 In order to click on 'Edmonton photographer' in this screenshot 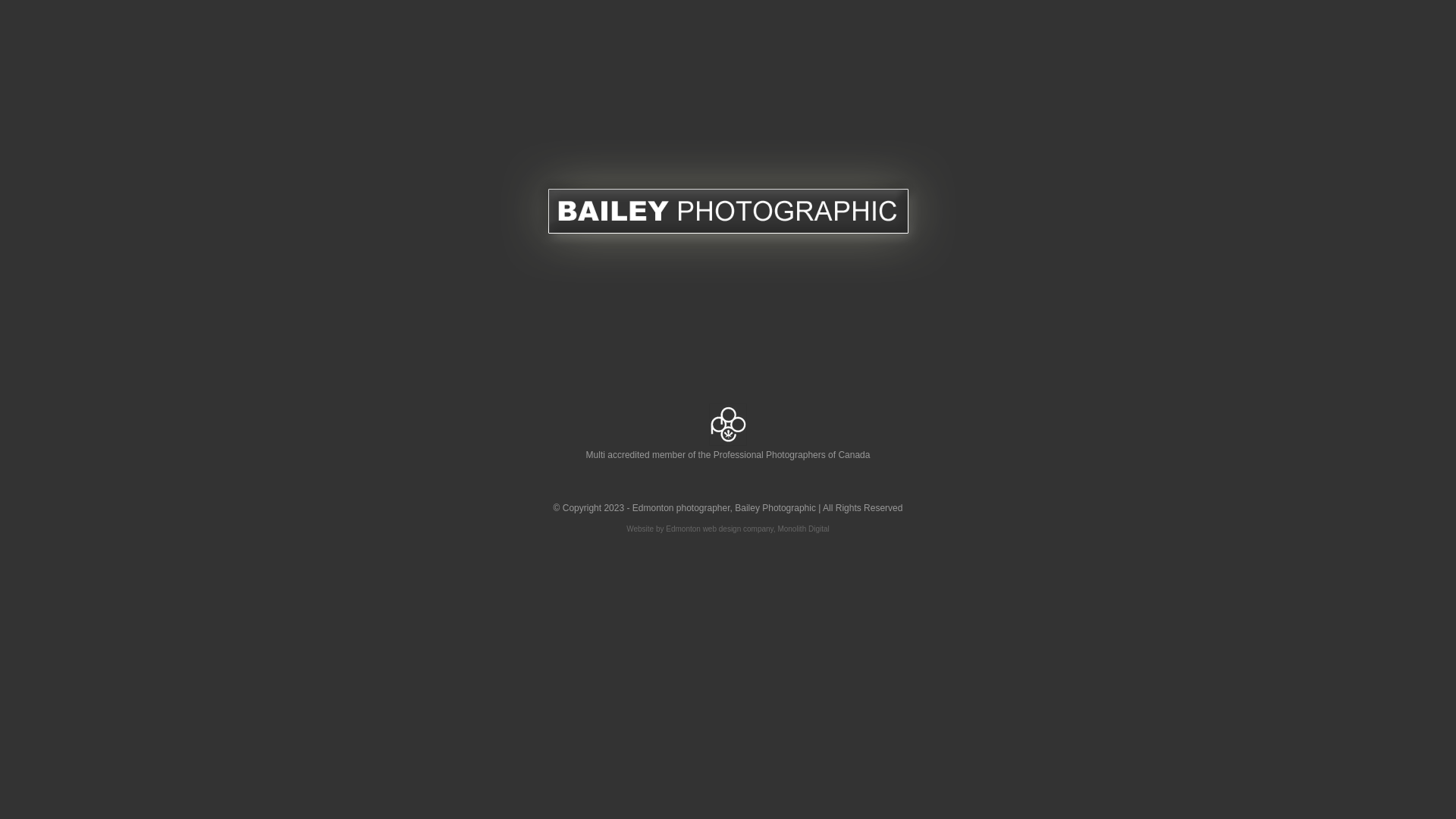, I will do `click(680, 508)`.